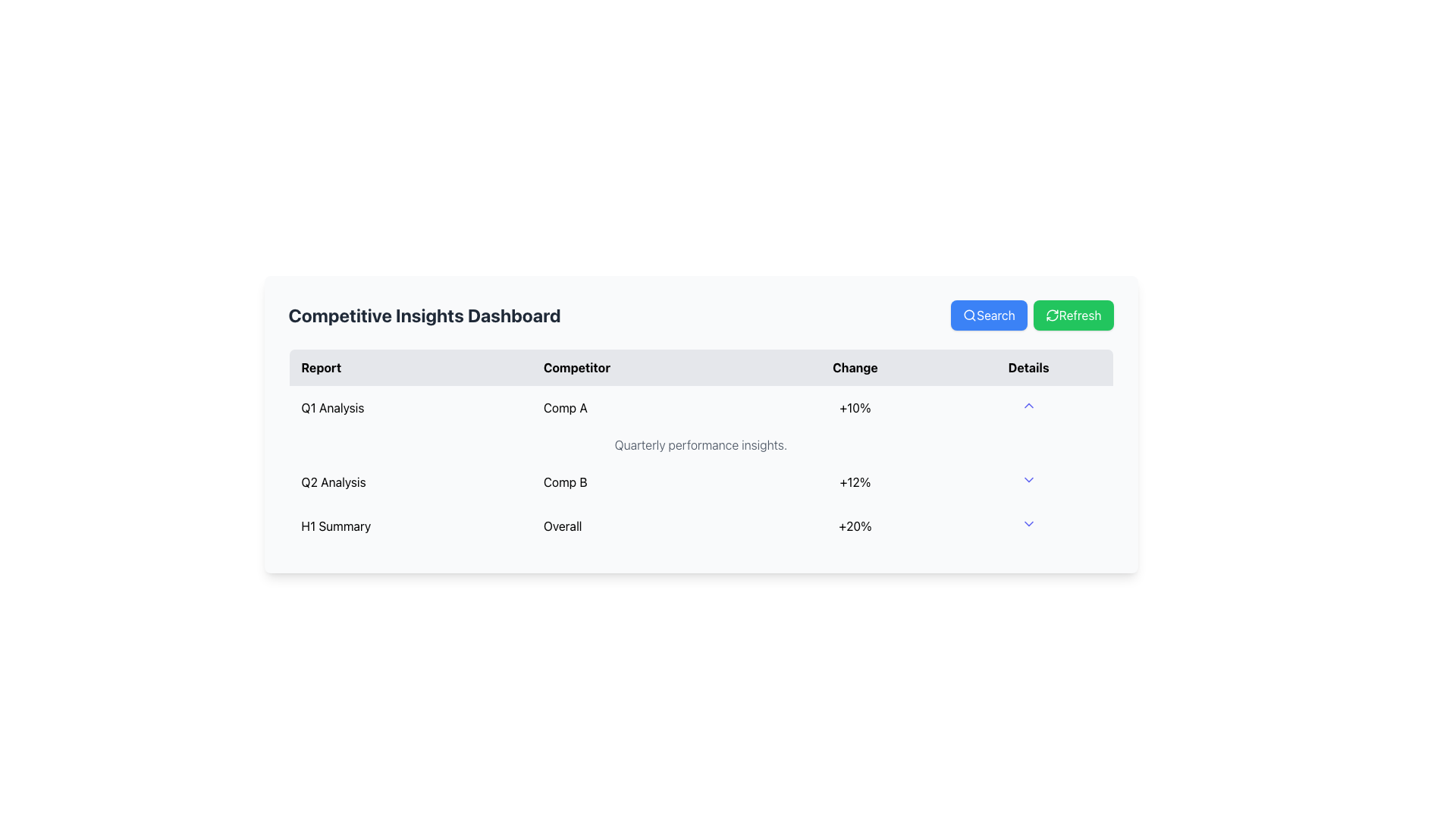 The width and height of the screenshot is (1456, 819). I want to click on the green 'Refresh' button containing the circular refresh icon with two arrows, located on the right-hand side of the header, so click(1051, 315).